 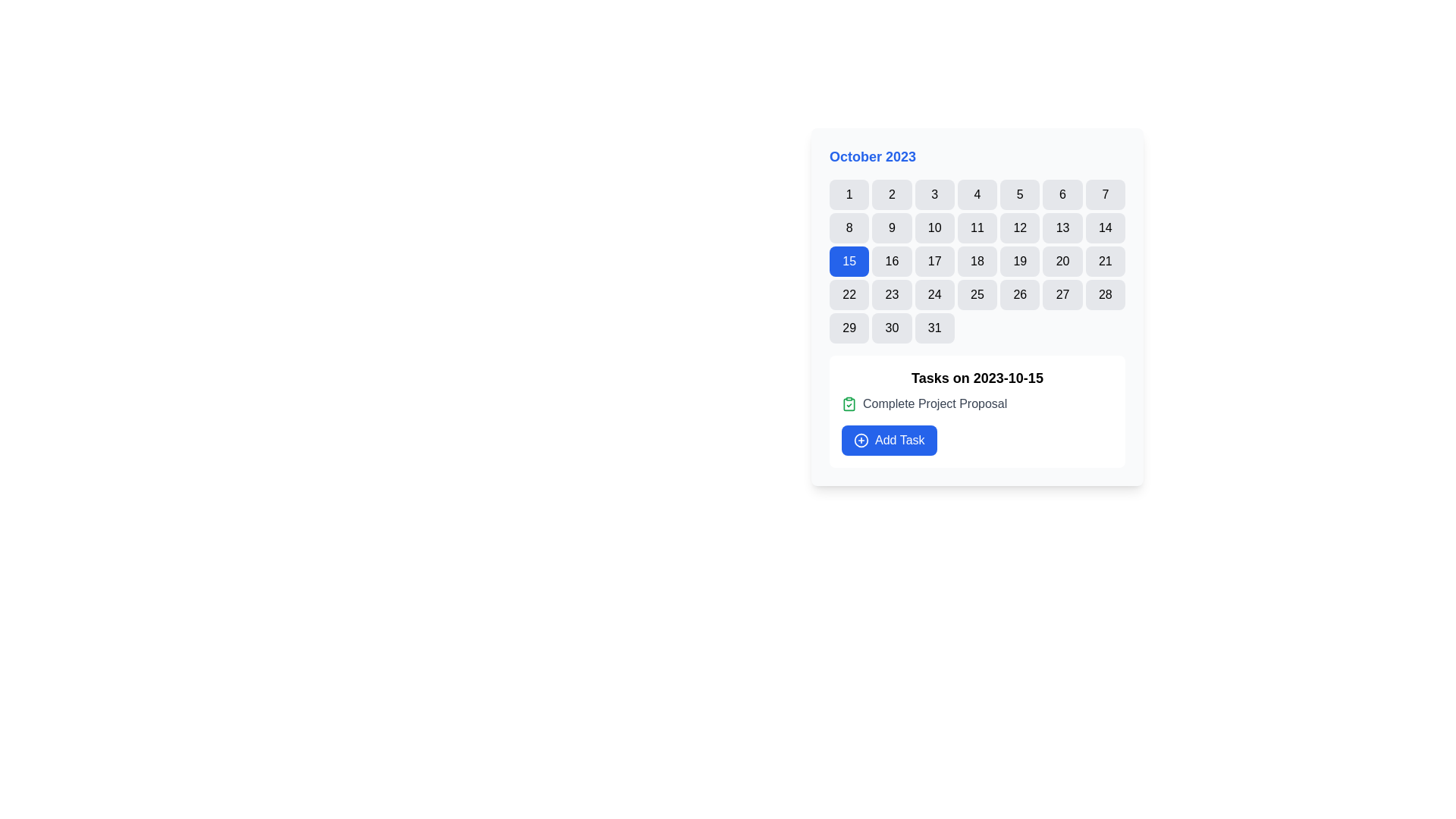 What do you see at coordinates (1020, 227) in the screenshot?
I see `the button representing the 12th day of the month in the calendar interface` at bounding box center [1020, 227].